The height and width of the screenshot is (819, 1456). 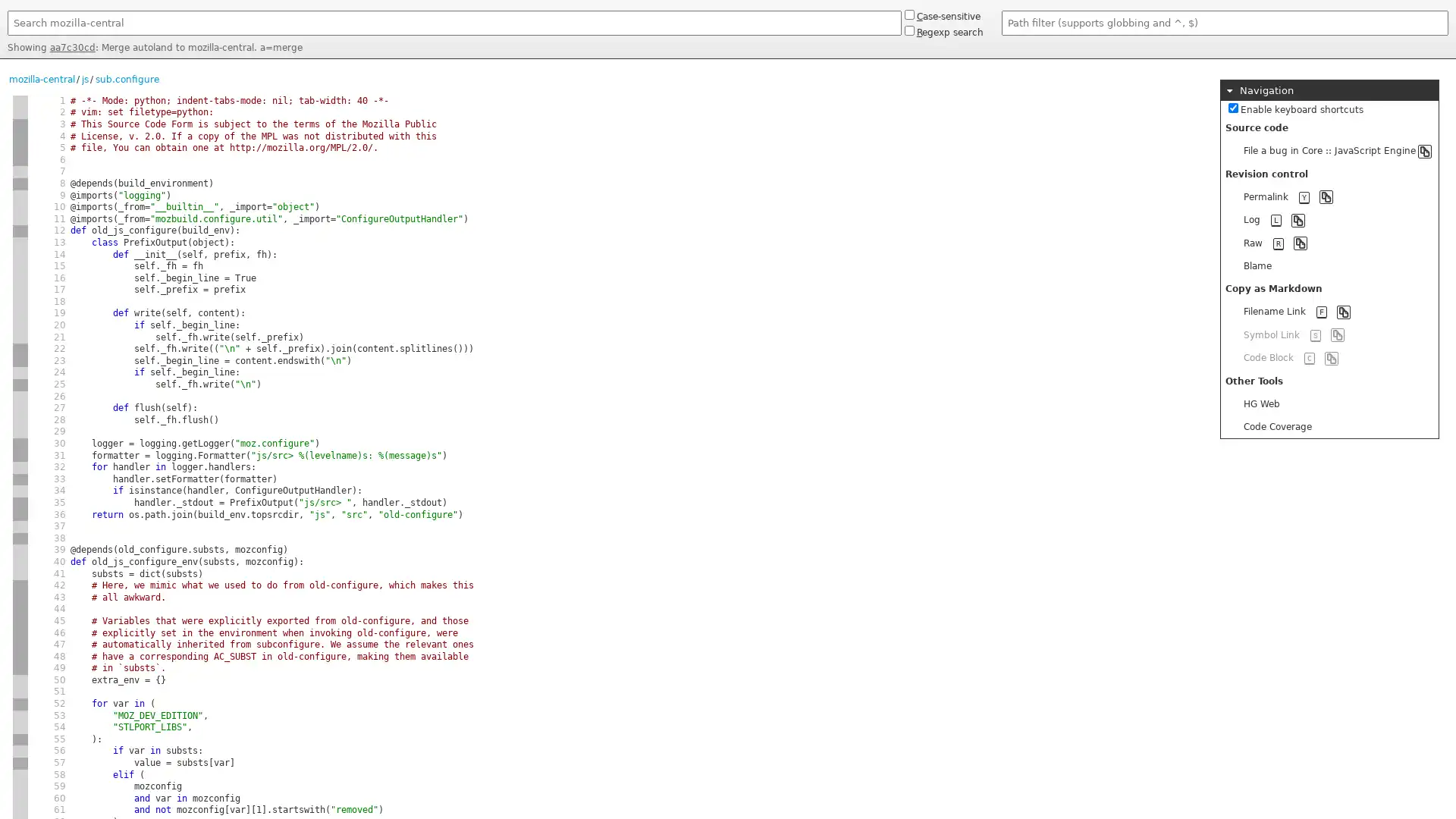 What do you see at coordinates (20, 290) in the screenshot?
I see `same hash 6` at bounding box center [20, 290].